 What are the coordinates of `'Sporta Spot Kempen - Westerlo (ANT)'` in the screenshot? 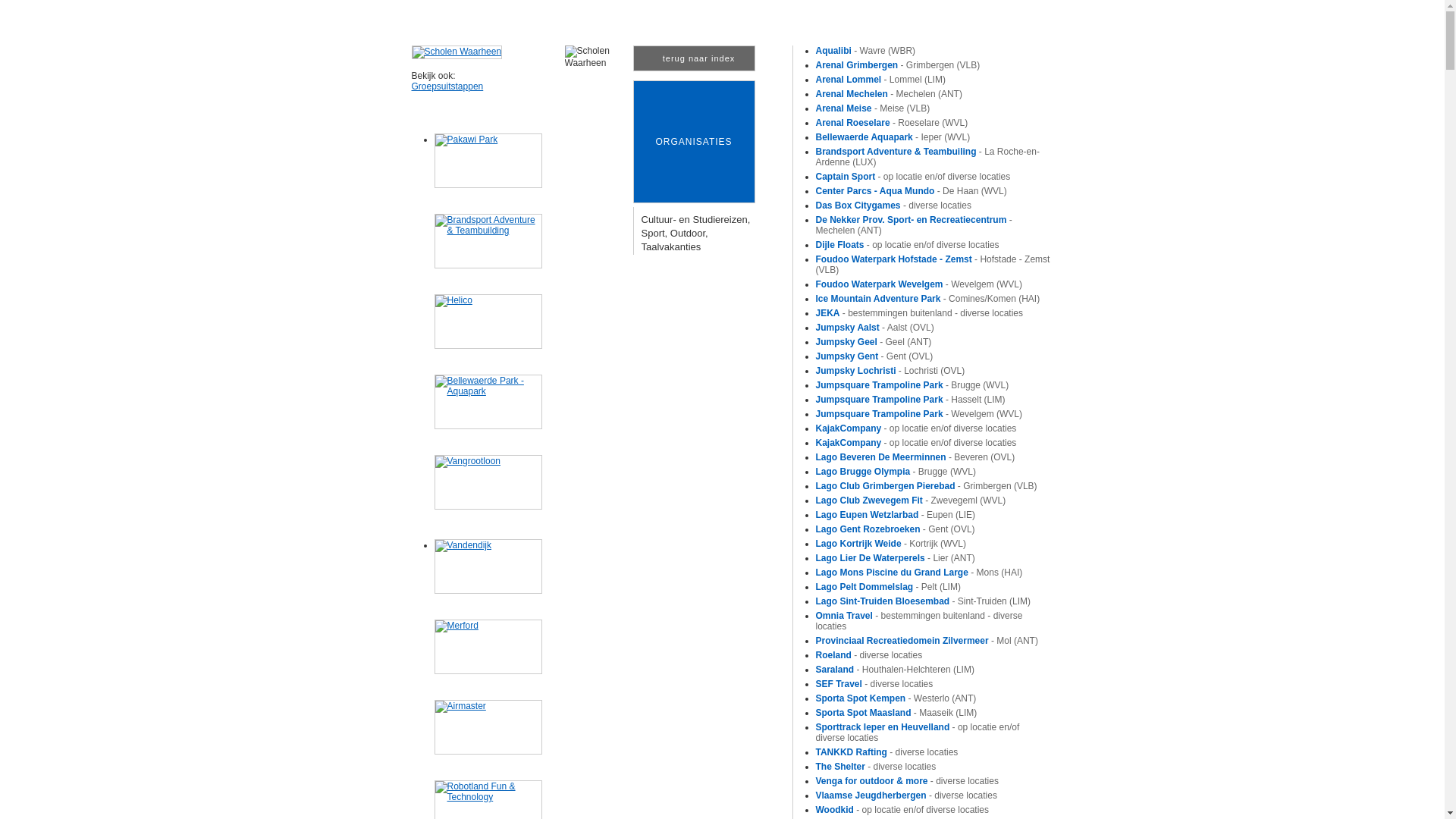 It's located at (896, 698).